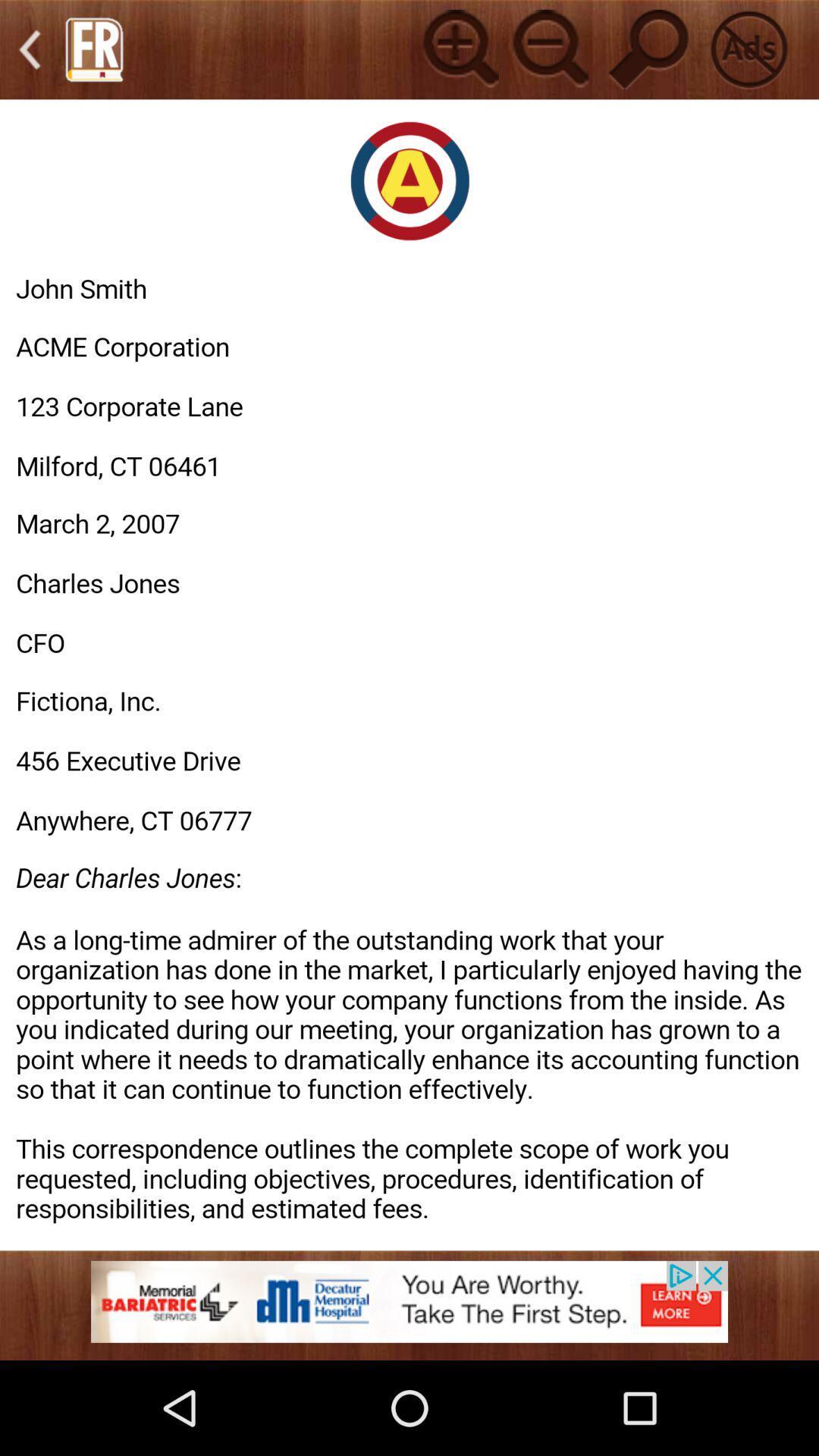 This screenshot has height=1456, width=819. Describe the element at coordinates (748, 49) in the screenshot. I see `stop advertisements` at that location.